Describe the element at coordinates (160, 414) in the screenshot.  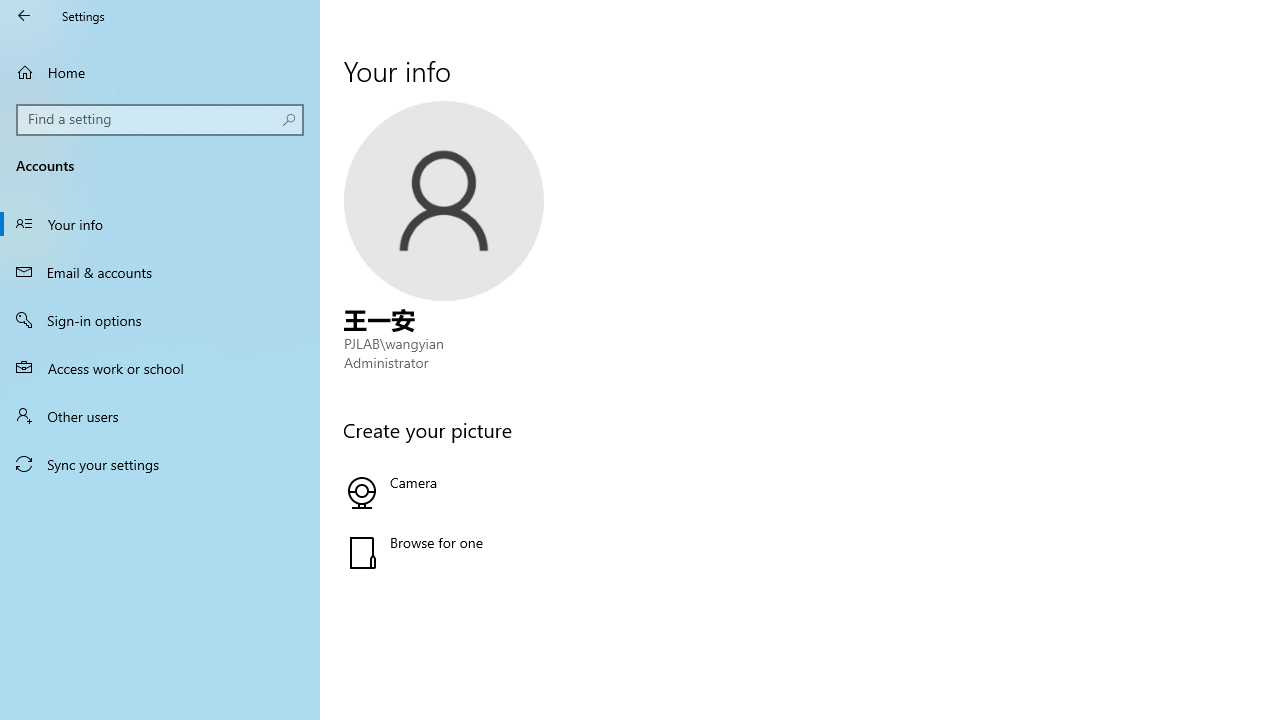
I see `'Other users'` at that location.